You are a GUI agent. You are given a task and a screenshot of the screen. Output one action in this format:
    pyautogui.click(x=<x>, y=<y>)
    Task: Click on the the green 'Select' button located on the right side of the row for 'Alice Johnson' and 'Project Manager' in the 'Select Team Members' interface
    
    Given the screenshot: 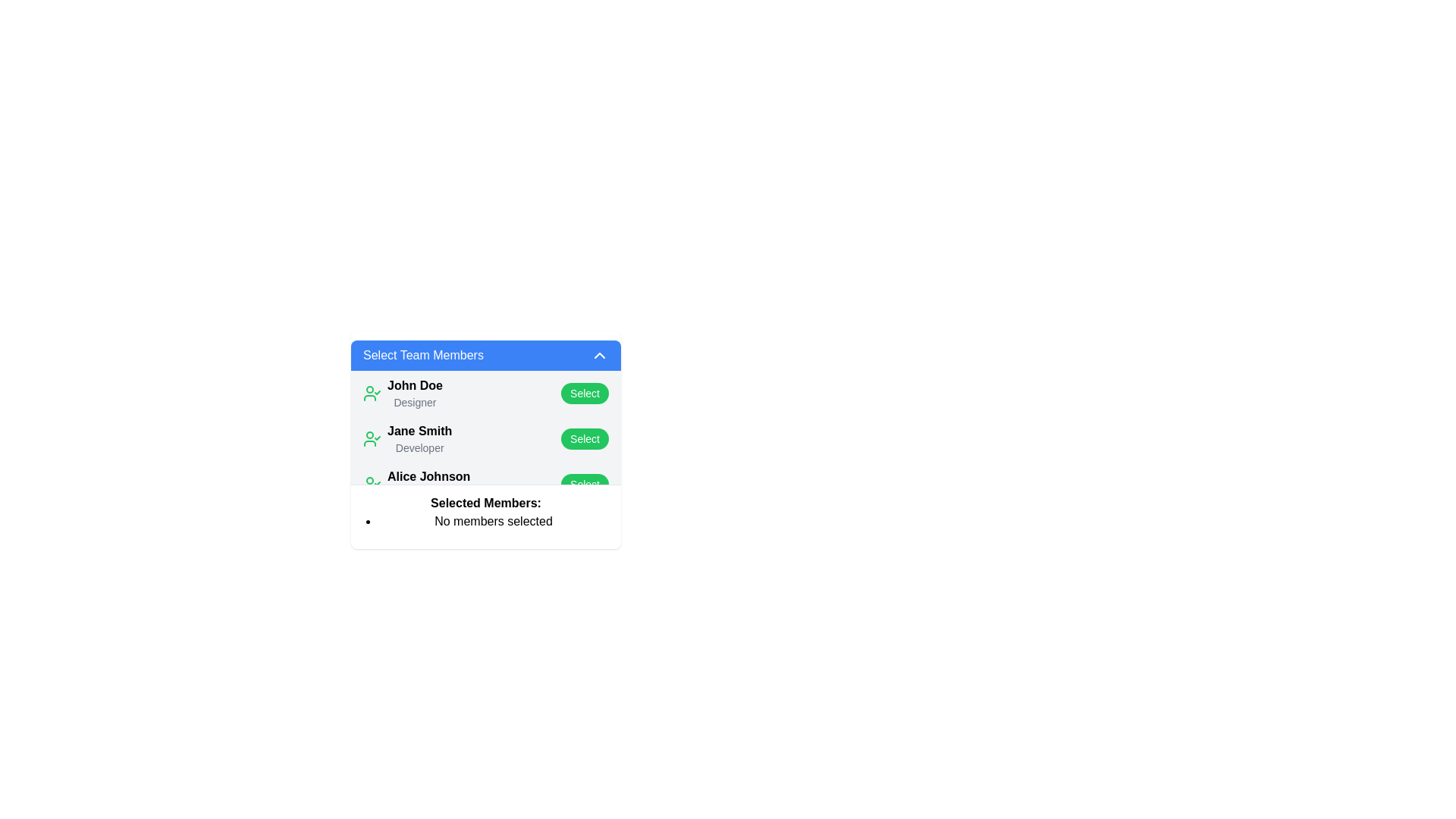 What is the action you would take?
    pyautogui.click(x=584, y=485)
    